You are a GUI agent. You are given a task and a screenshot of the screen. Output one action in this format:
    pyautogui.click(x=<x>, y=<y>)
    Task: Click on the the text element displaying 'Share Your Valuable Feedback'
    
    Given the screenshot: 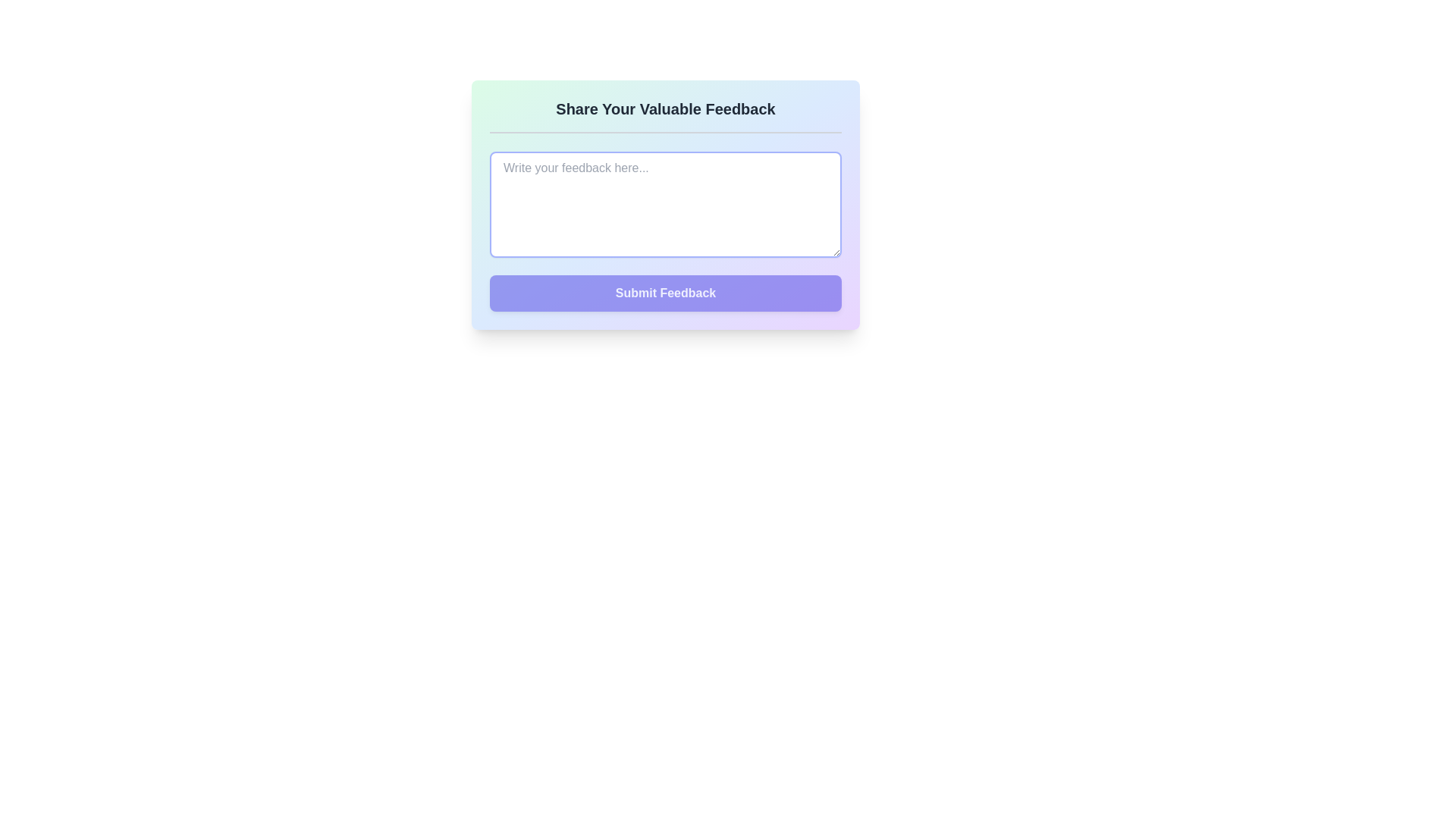 What is the action you would take?
    pyautogui.click(x=666, y=108)
    